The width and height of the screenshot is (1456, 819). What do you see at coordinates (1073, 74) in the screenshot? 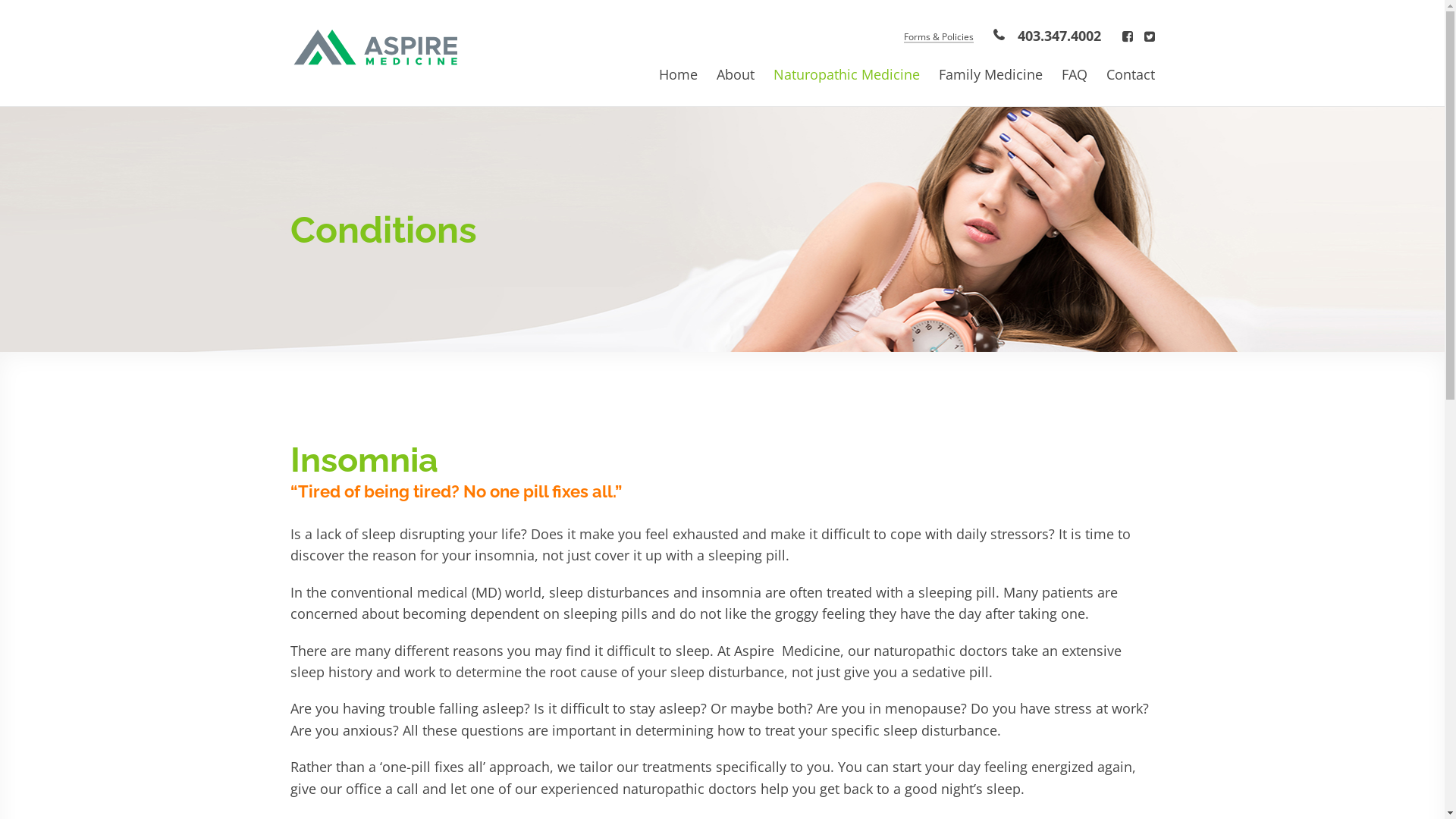
I see `'FAQ'` at bounding box center [1073, 74].